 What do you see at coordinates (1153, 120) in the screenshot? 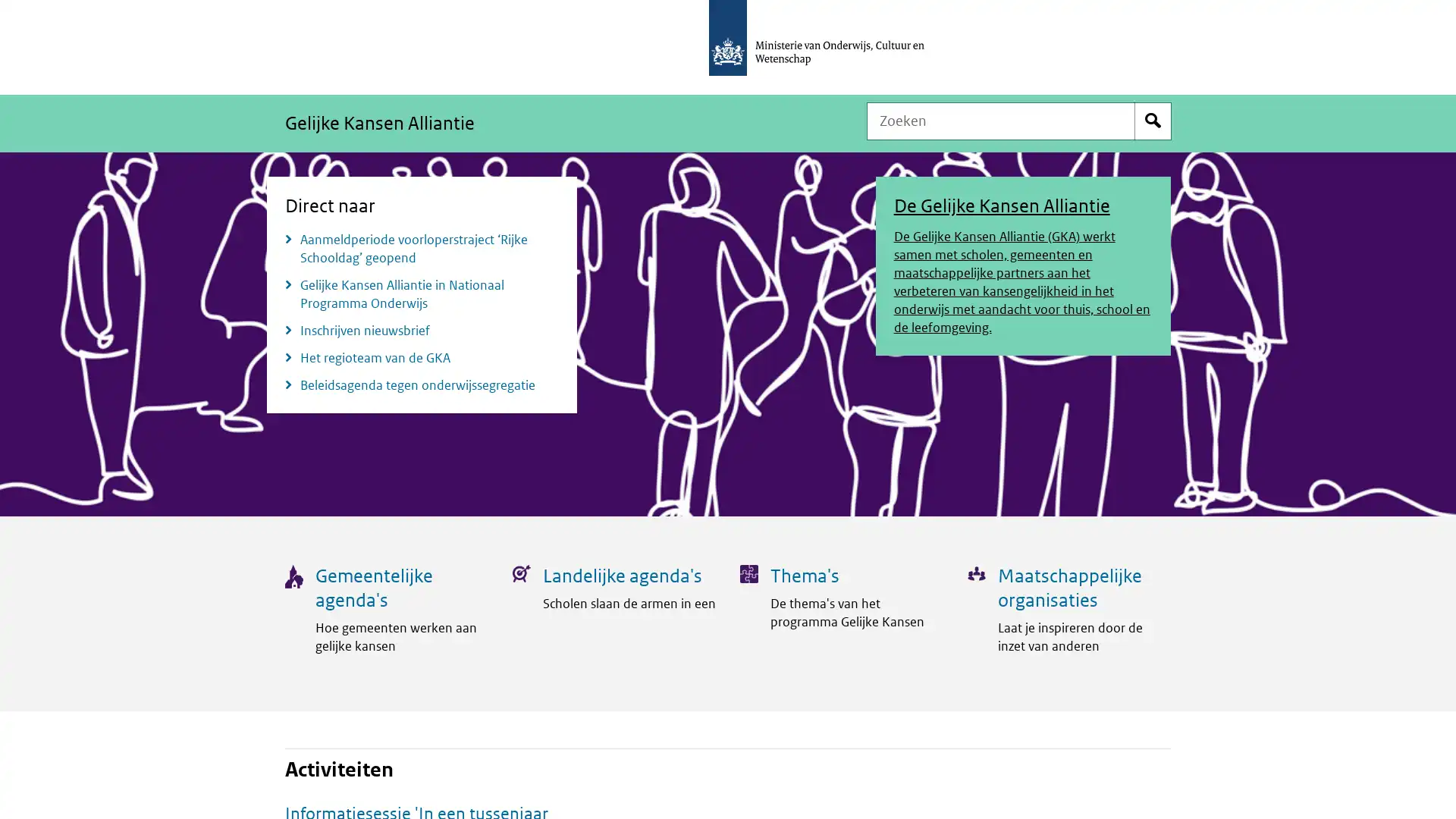
I see `Start zoeken` at bounding box center [1153, 120].